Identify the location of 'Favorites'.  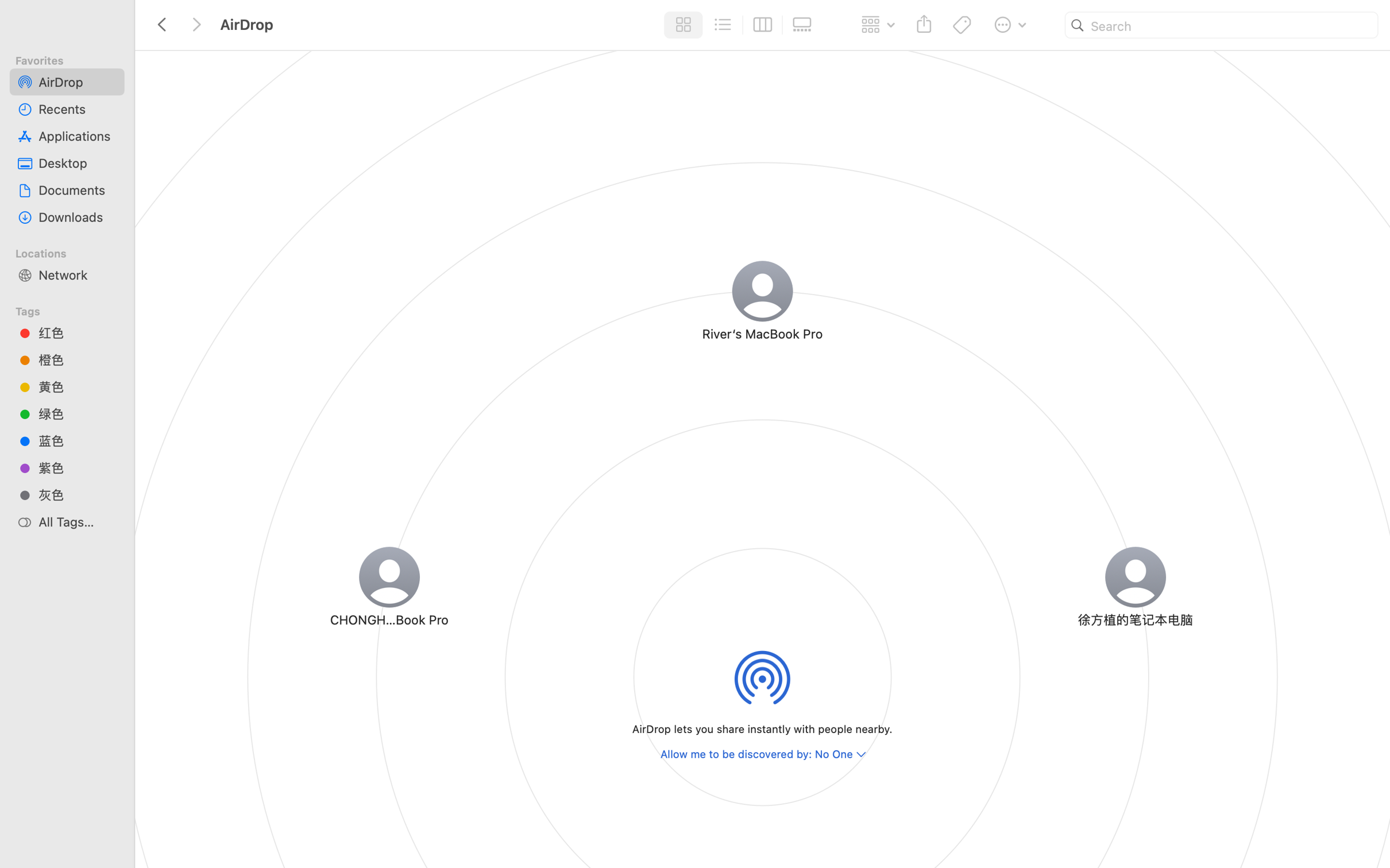
(72, 59).